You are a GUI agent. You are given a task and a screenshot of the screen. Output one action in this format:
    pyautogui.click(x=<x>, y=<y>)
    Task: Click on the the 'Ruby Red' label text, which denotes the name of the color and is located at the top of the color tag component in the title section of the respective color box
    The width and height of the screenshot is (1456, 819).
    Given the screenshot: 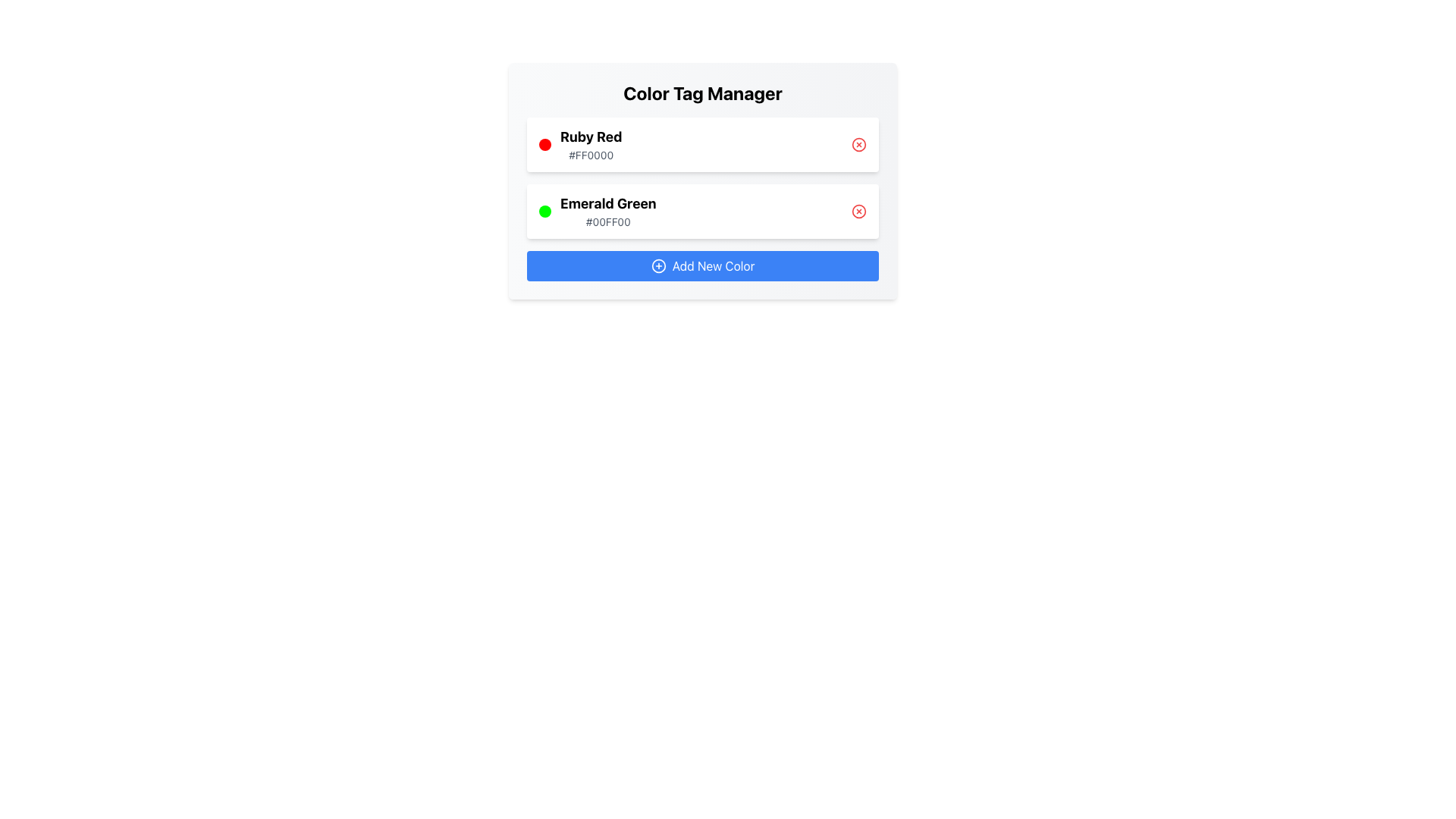 What is the action you would take?
    pyautogui.click(x=590, y=137)
    